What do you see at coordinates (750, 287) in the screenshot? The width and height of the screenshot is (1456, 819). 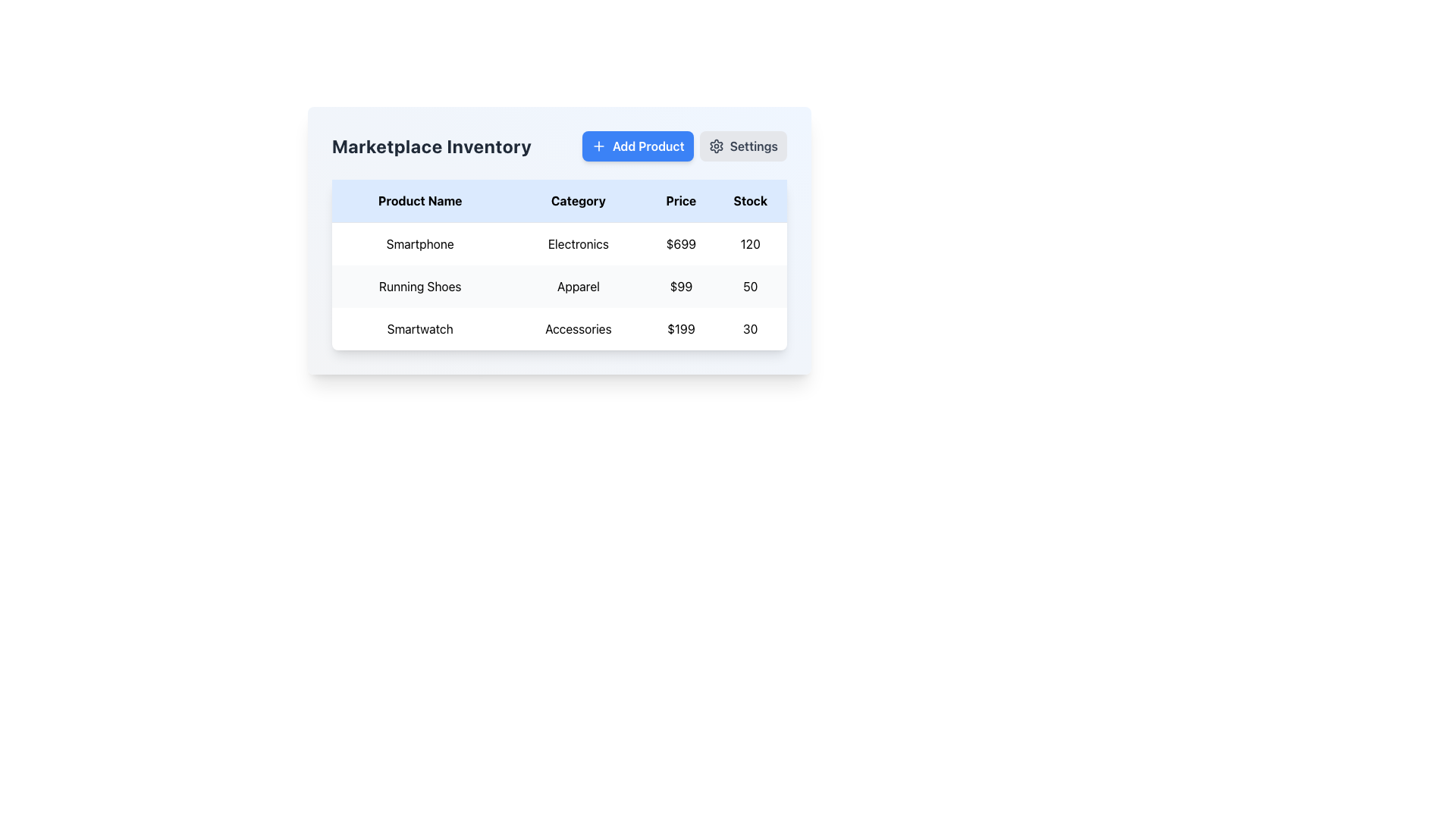 I see `stock count of the product 'Running Shoes' located in the rightmost cell of the second row in the 'Stock' column of the inventory table` at bounding box center [750, 287].